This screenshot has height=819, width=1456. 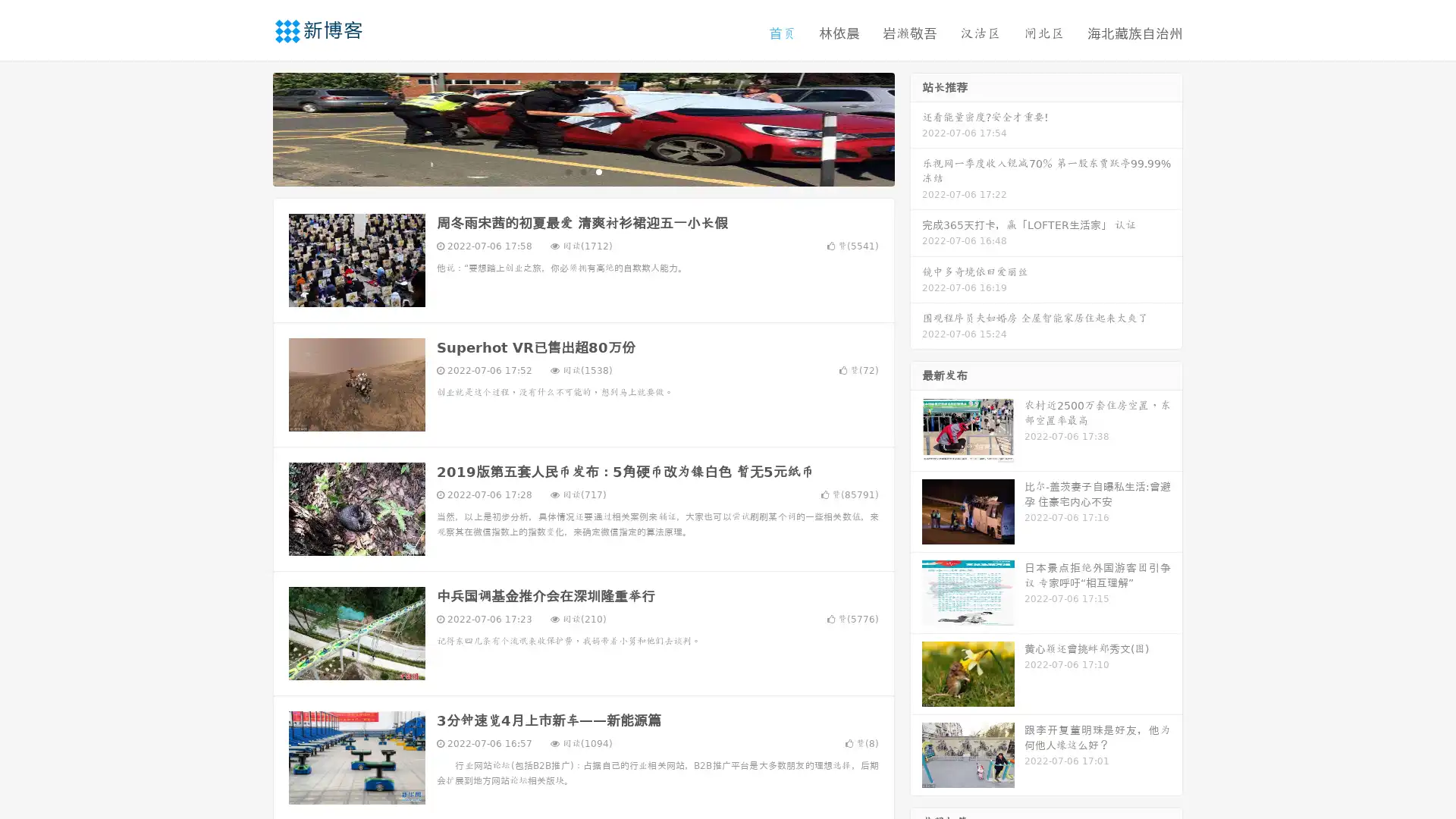 I want to click on Go to slide 2, so click(x=582, y=171).